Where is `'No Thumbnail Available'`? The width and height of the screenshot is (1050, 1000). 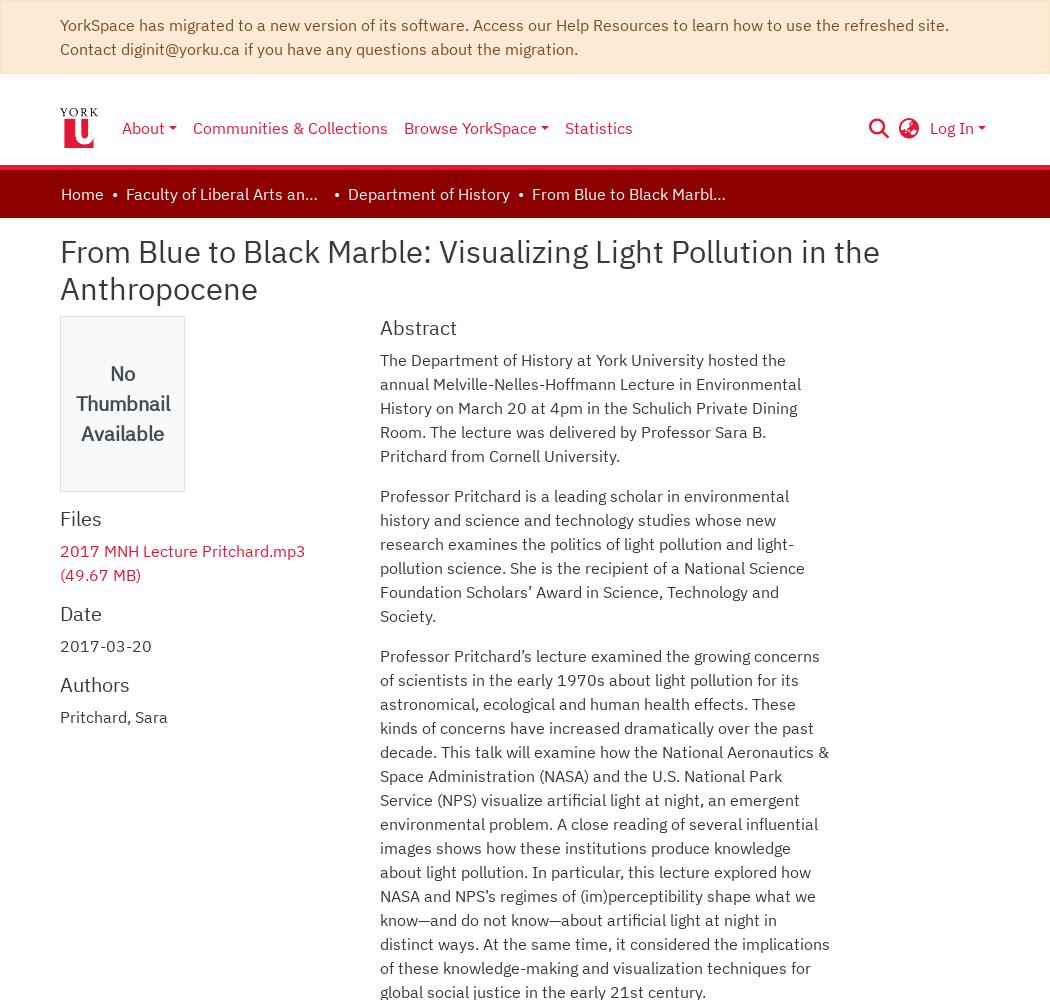
'No Thumbnail Available' is located at coordinates (121, 402).